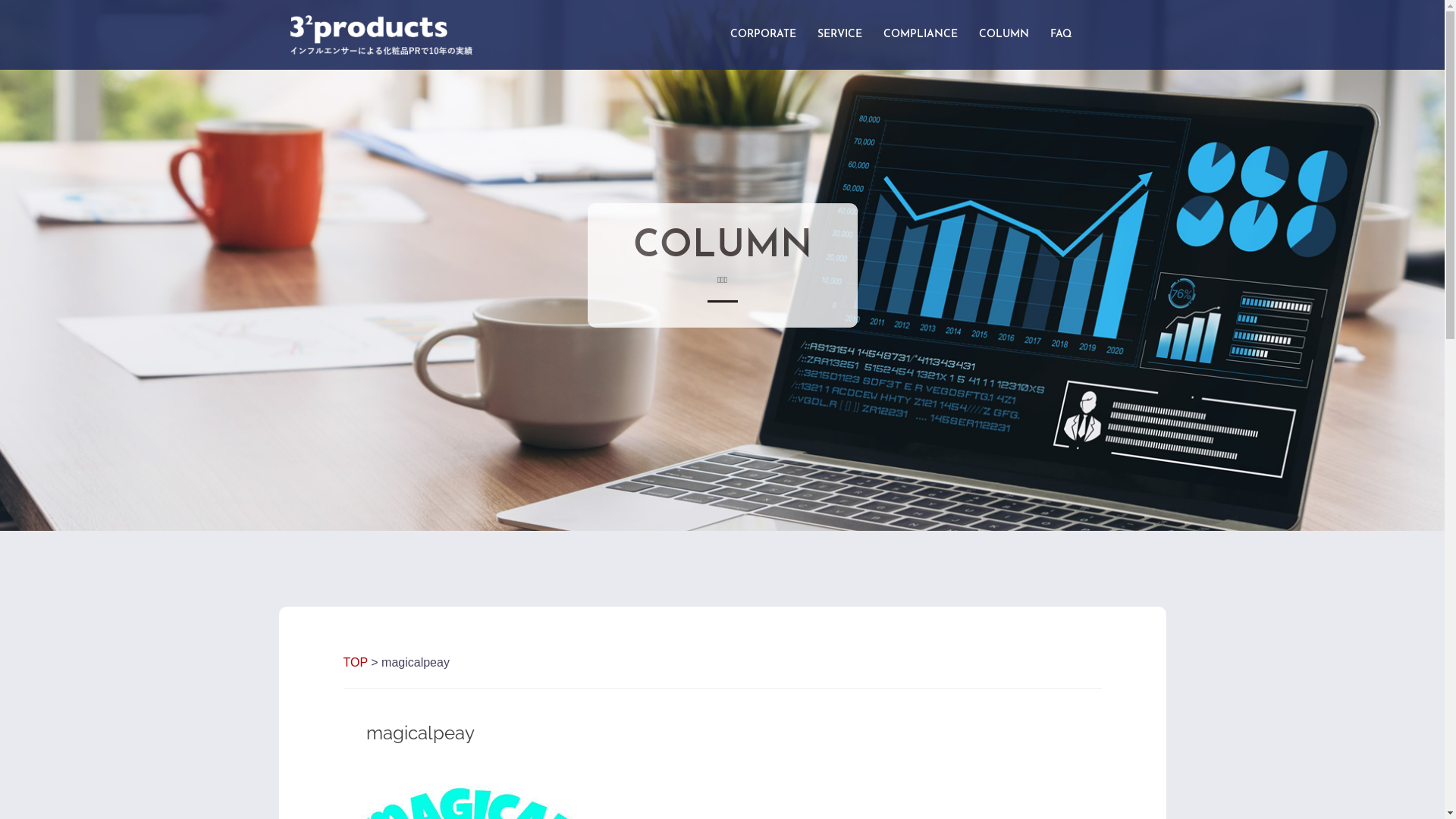  What do you see at coordinates (762, 34) in the screenshot?
I see `'CORPORATE'` at bounding box center [762, 34].